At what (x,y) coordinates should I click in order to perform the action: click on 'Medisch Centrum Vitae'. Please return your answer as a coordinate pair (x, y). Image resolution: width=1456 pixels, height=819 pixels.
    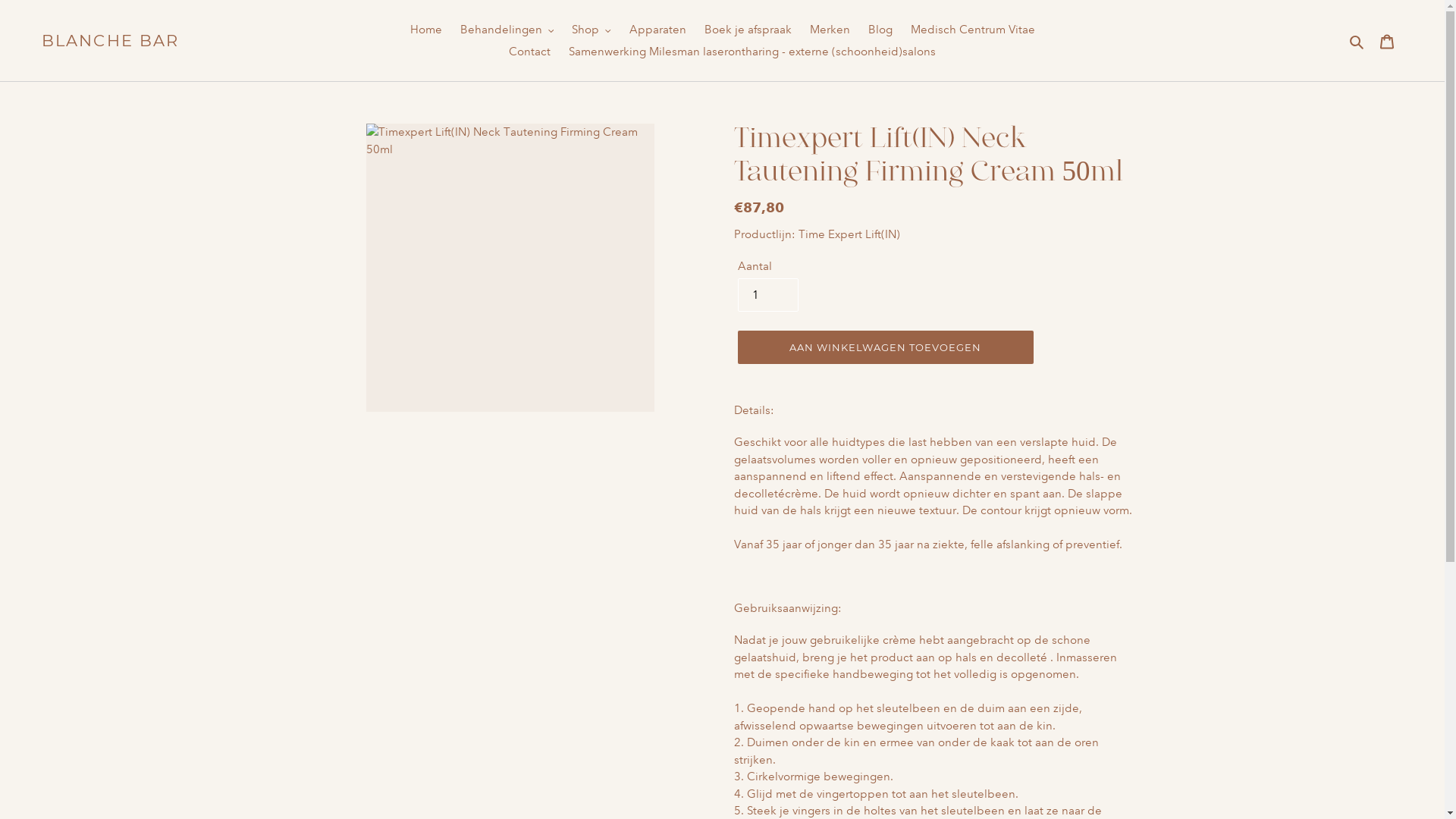
    Looking at the image, I should click on (971, 30).